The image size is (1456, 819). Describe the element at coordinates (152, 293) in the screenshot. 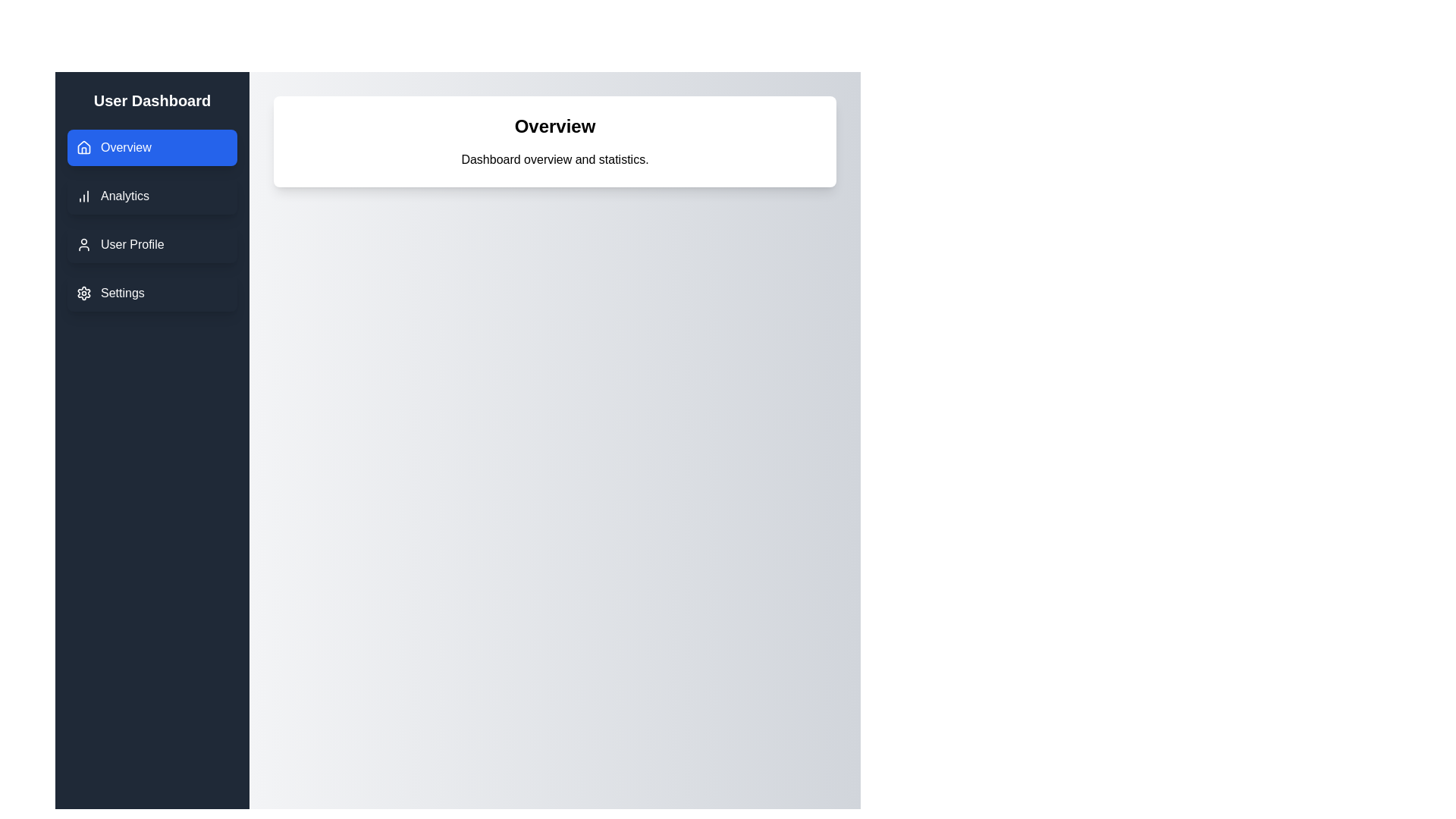

I see `the section Settings from the navigation menu` at that location.